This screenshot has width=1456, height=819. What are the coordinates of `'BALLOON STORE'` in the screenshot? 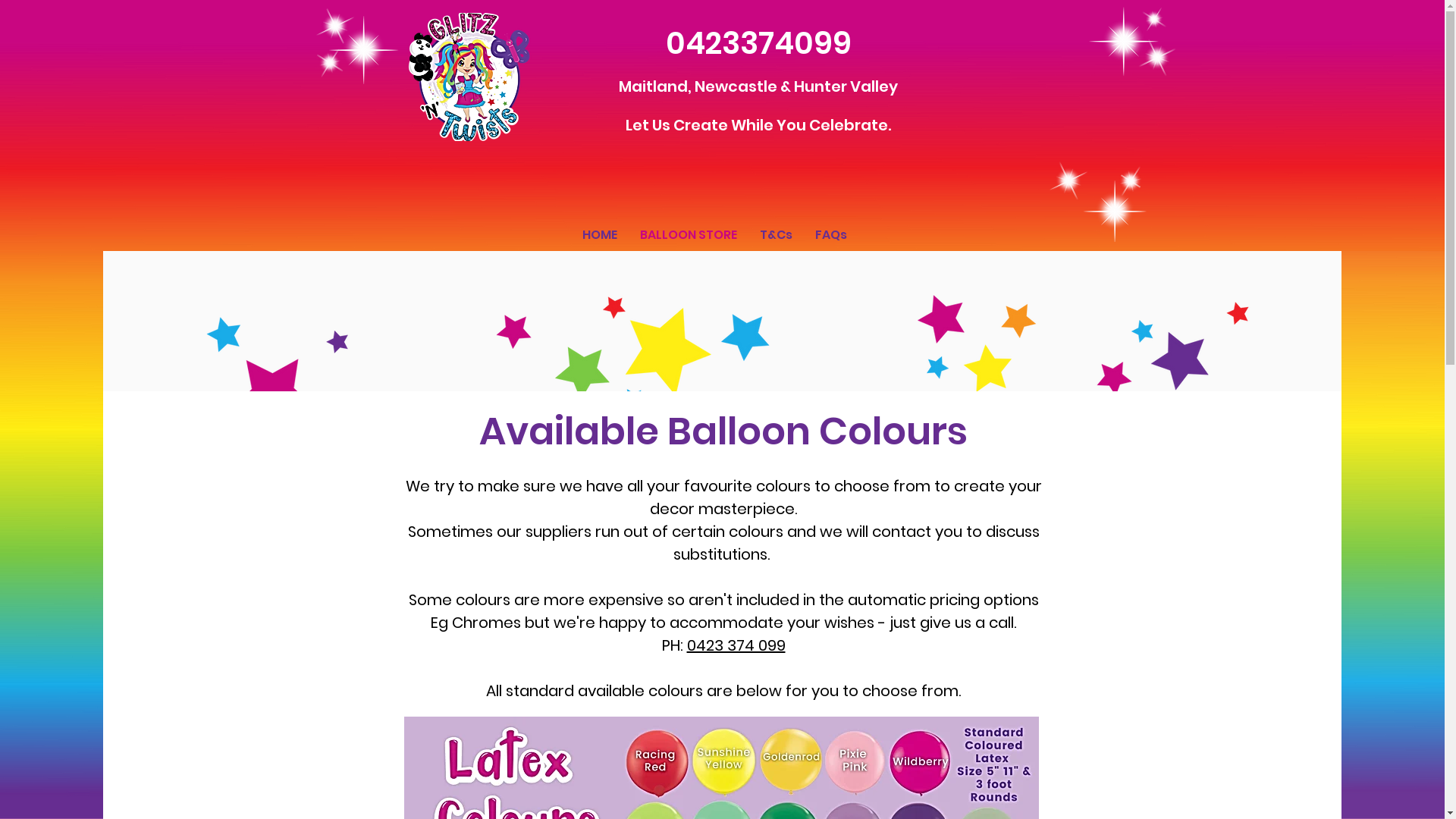 It's located at (687, 234).